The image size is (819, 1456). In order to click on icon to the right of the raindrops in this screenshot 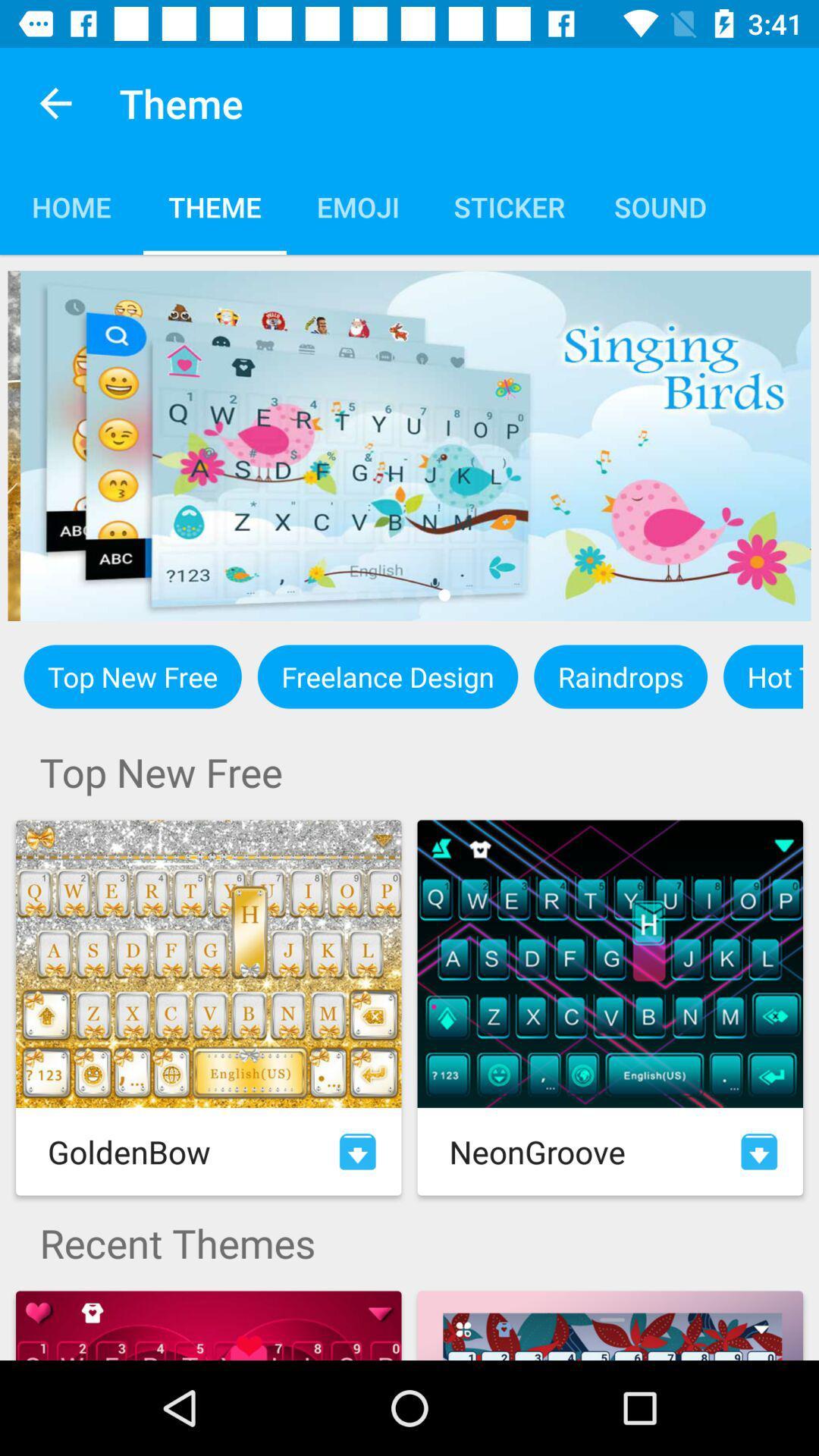, I will do `click(763, 676)`.